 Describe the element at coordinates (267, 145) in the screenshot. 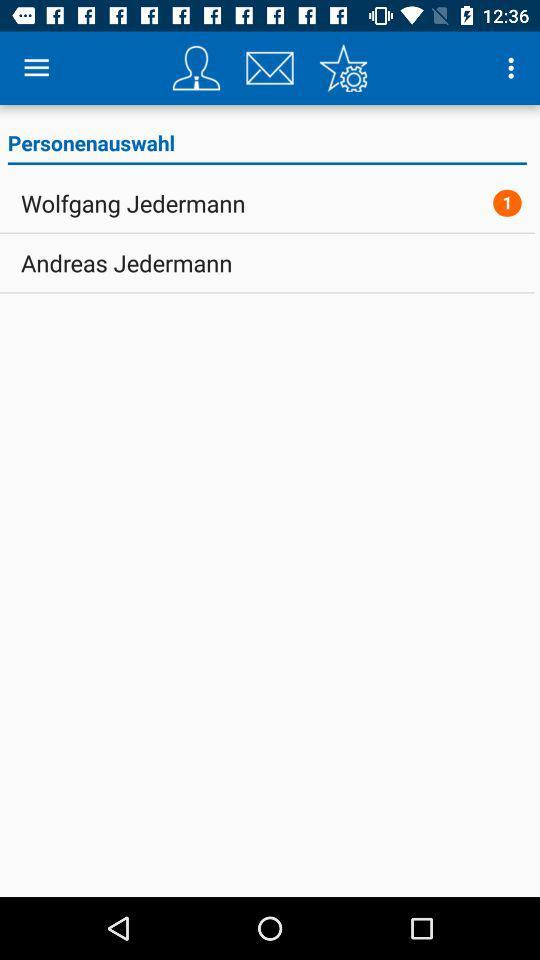

I see `the personenauswahl` at that location.